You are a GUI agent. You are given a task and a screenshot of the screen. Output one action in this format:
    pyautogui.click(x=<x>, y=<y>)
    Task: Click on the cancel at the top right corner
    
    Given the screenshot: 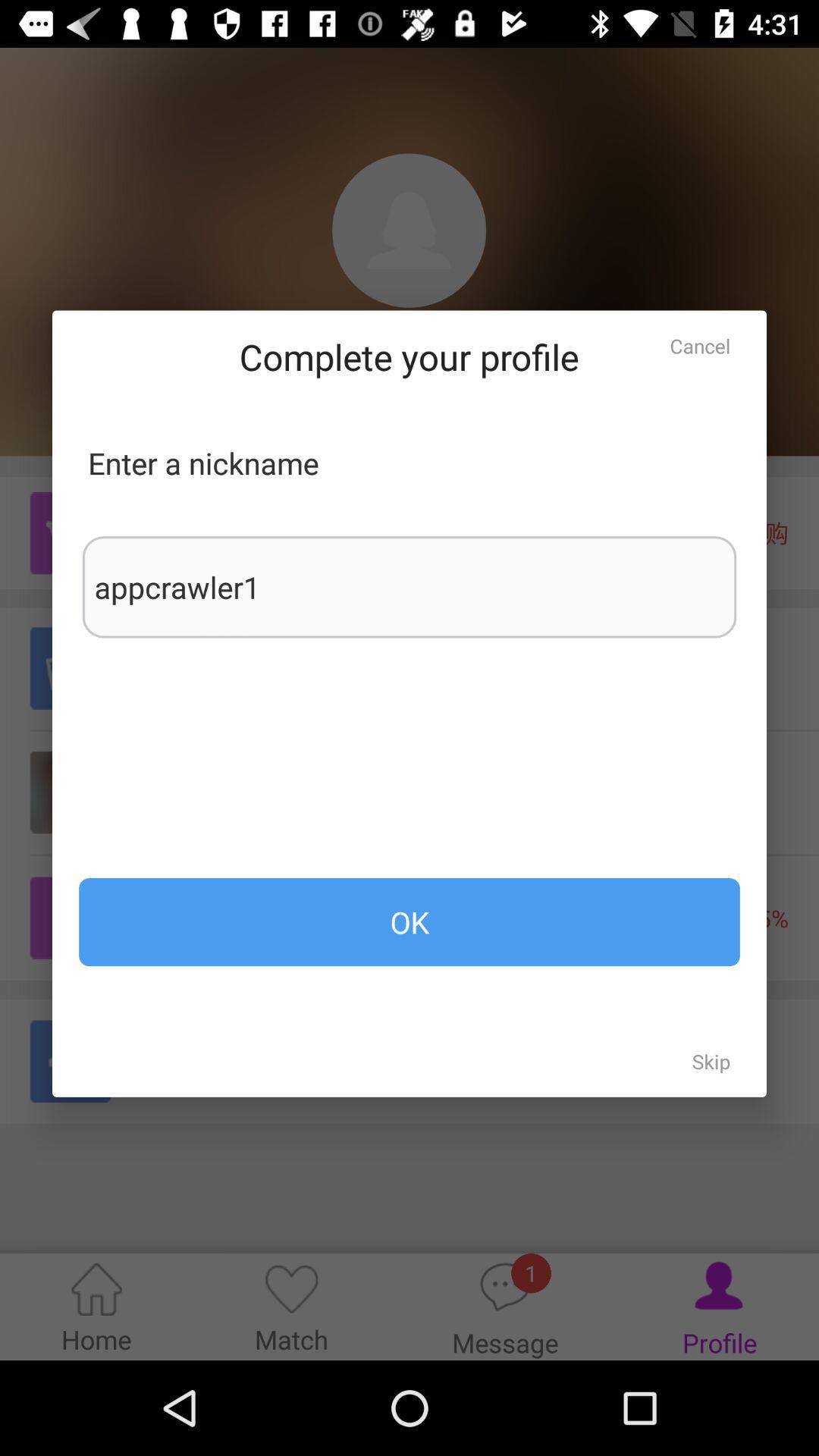 What is the action you would take?
    pyautogui.click(x=700, y=345)
    